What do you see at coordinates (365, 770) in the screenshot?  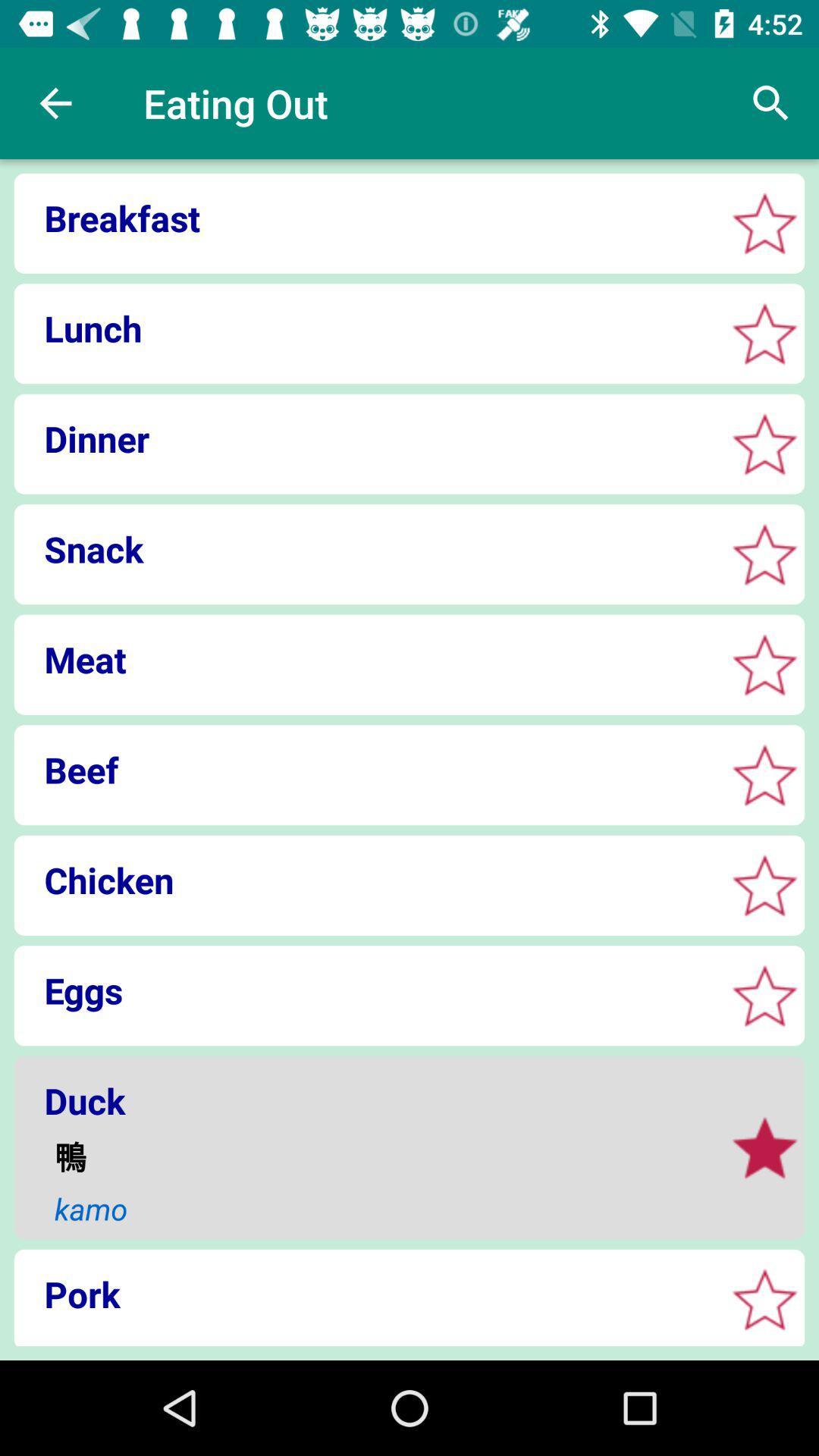 I see `beef item` at bounding box center [365, 770].